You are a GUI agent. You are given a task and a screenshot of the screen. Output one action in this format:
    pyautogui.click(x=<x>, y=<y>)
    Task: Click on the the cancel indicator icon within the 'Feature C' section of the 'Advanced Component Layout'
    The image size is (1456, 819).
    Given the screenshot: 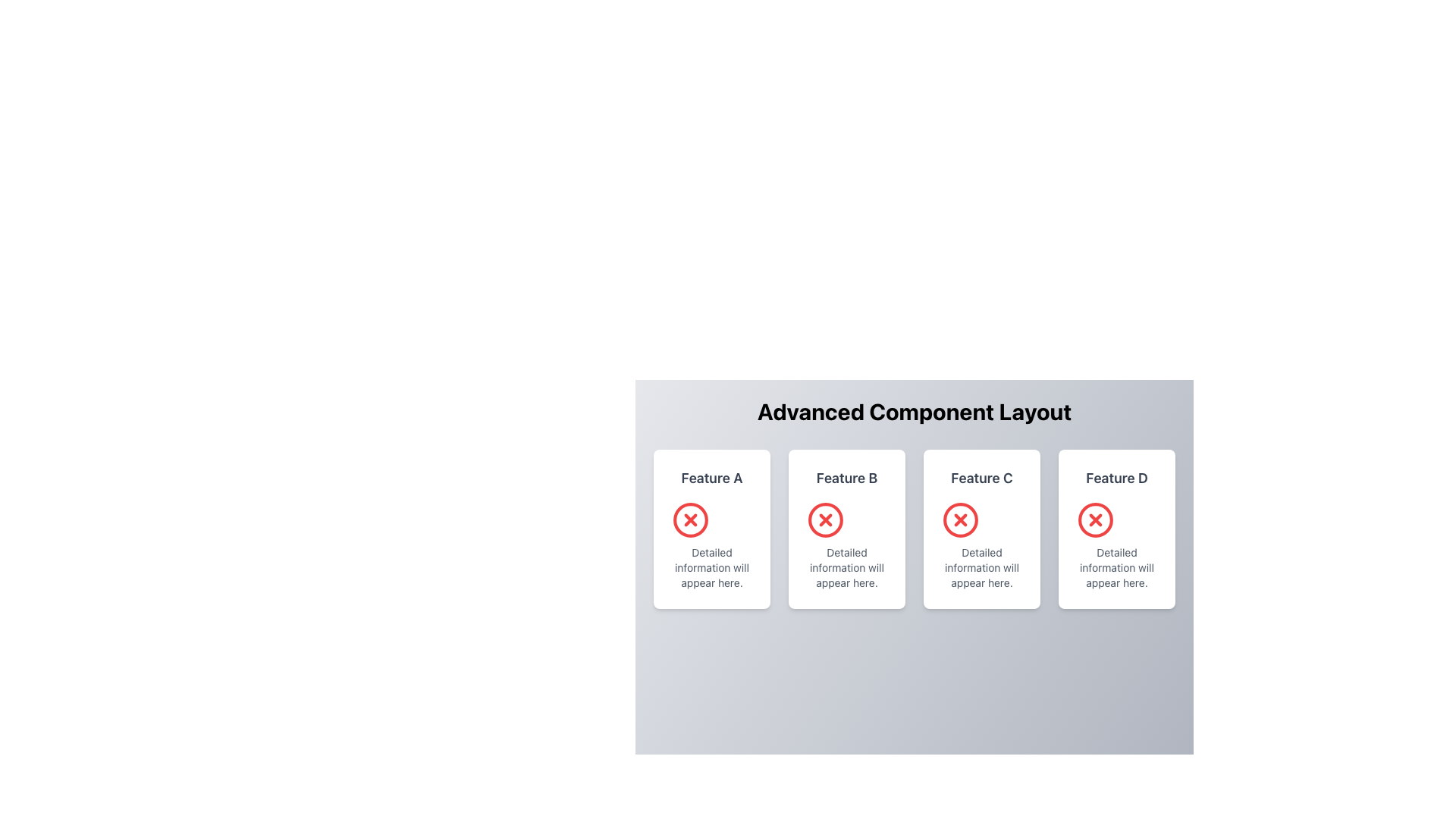 What is the action you would take?
    pyautogui.click(x=960, y=519)
    